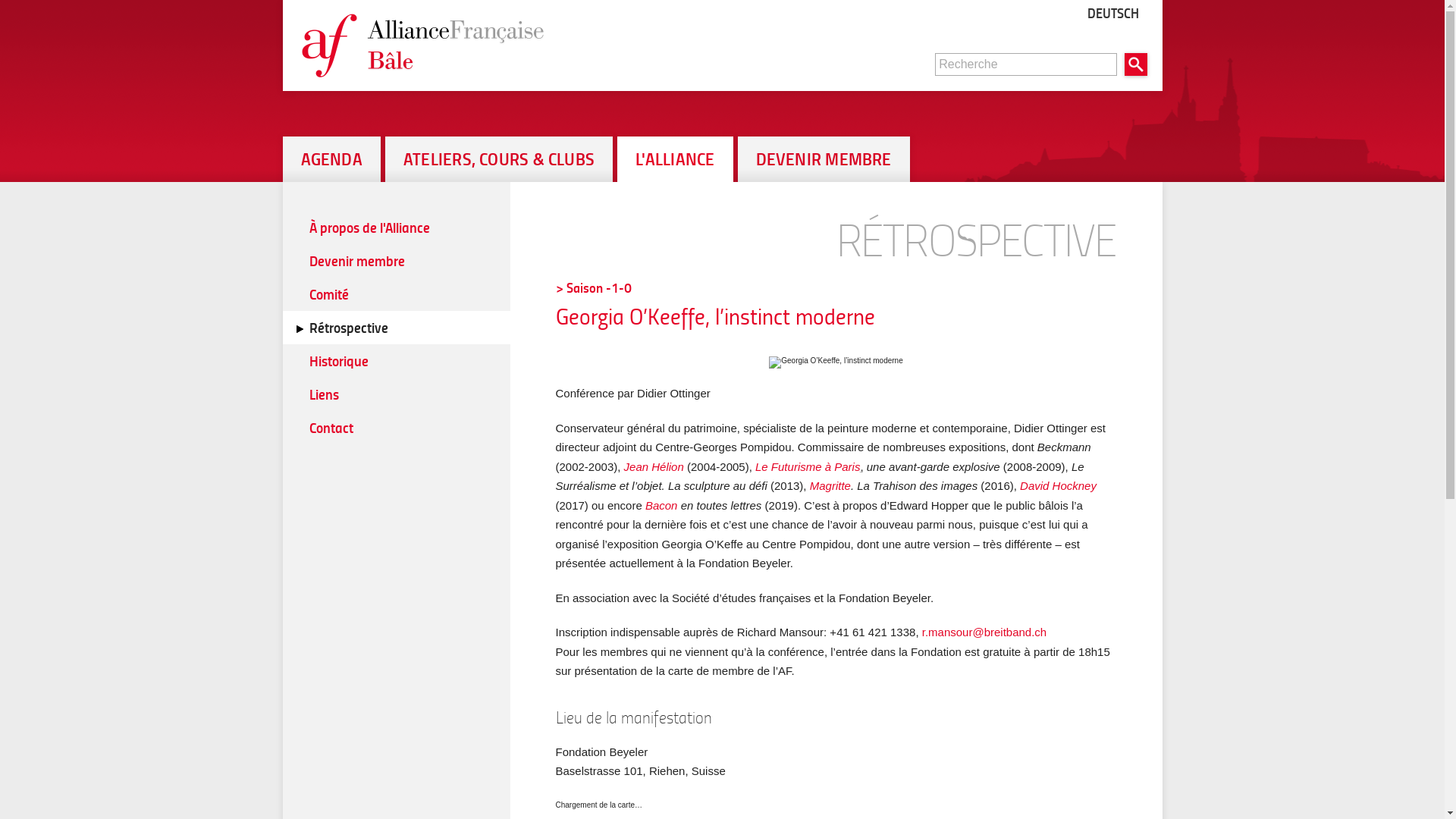 The width and height of the screenshot is (1456, 819). I want to click on 'Historique', so click(396, 360).